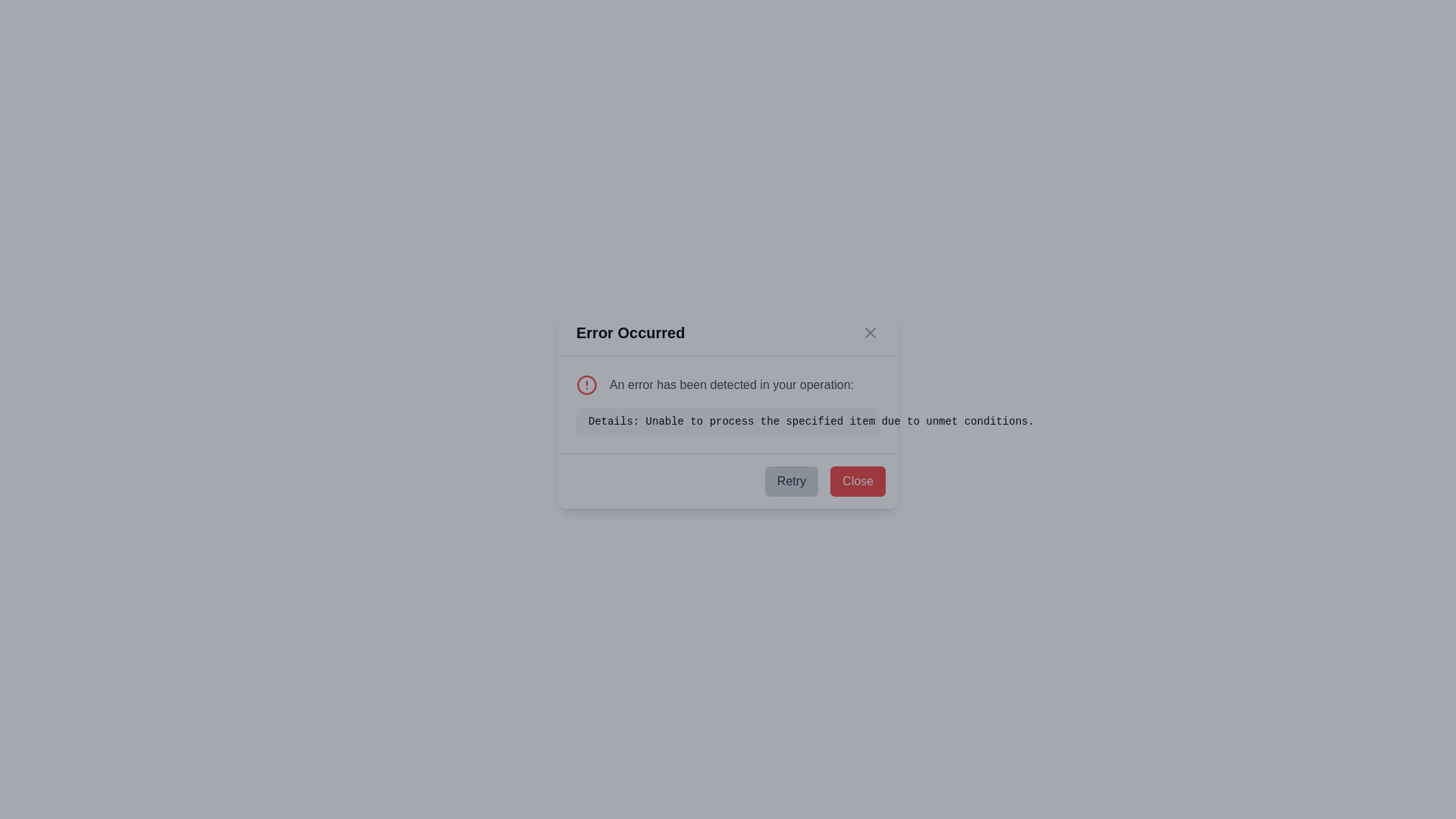 Image resolution: width=1456 pixels, height=819 pixels. Describe the element at coordinates (858, 482) in the screenshot. I see `the 'Close' button, which is a rectangular button with white text on a red background located at the bottom of a modal dialog` at that location.